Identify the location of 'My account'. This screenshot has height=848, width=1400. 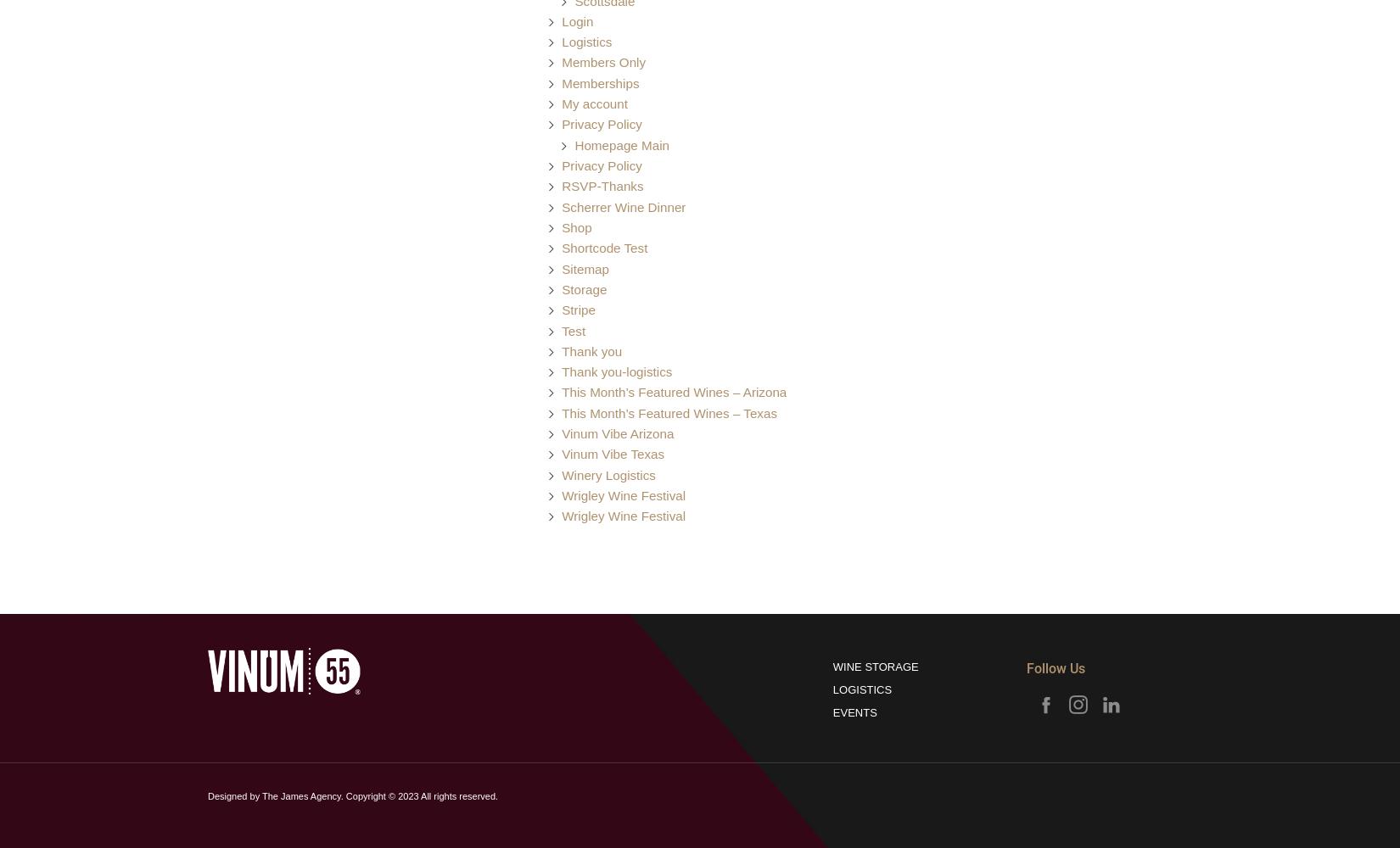
(593, 103).